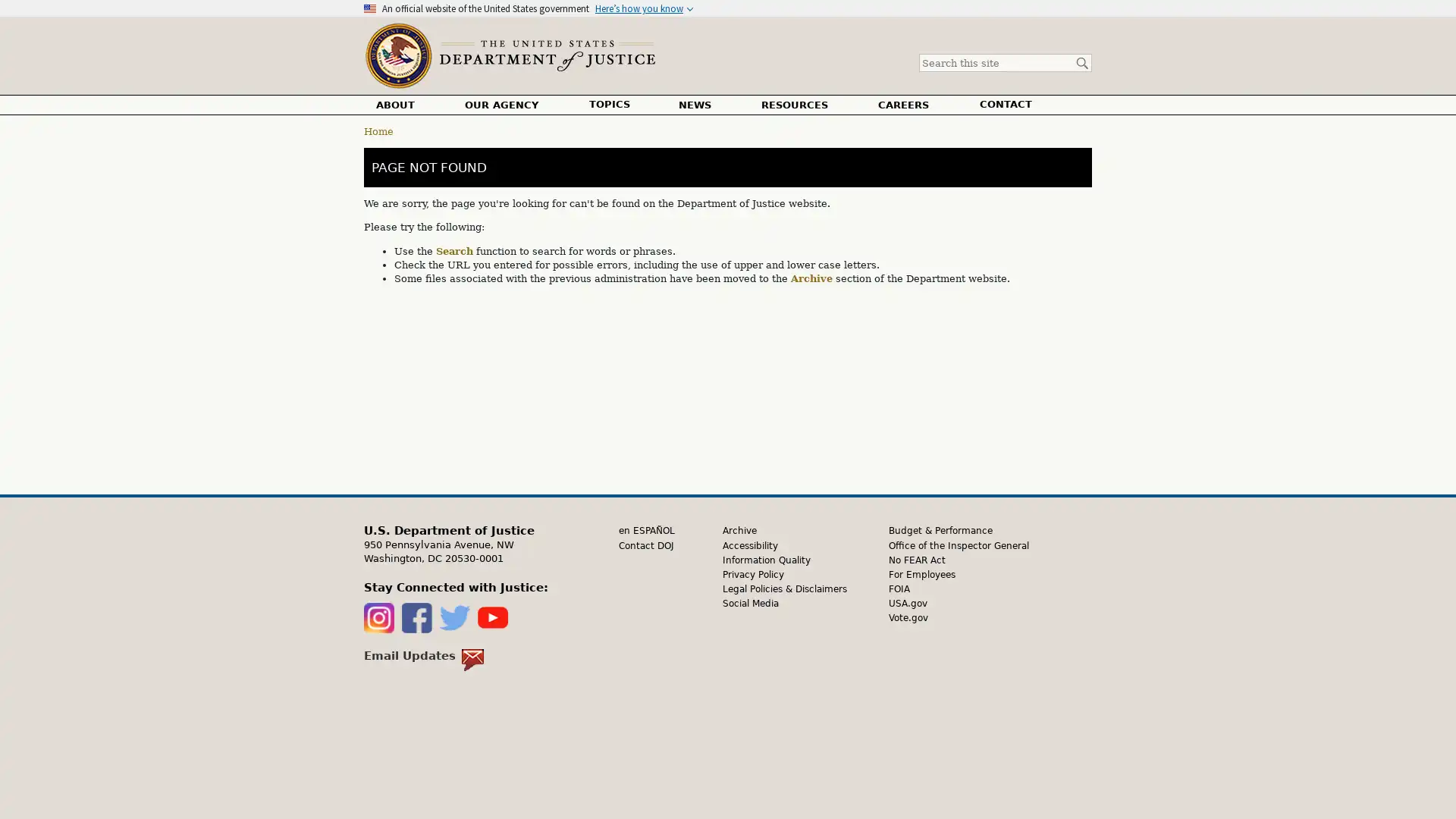  What do you see at coordinates (1081, 63) in the screenshot?
I see `Search` at bounding box center [1081, 63].